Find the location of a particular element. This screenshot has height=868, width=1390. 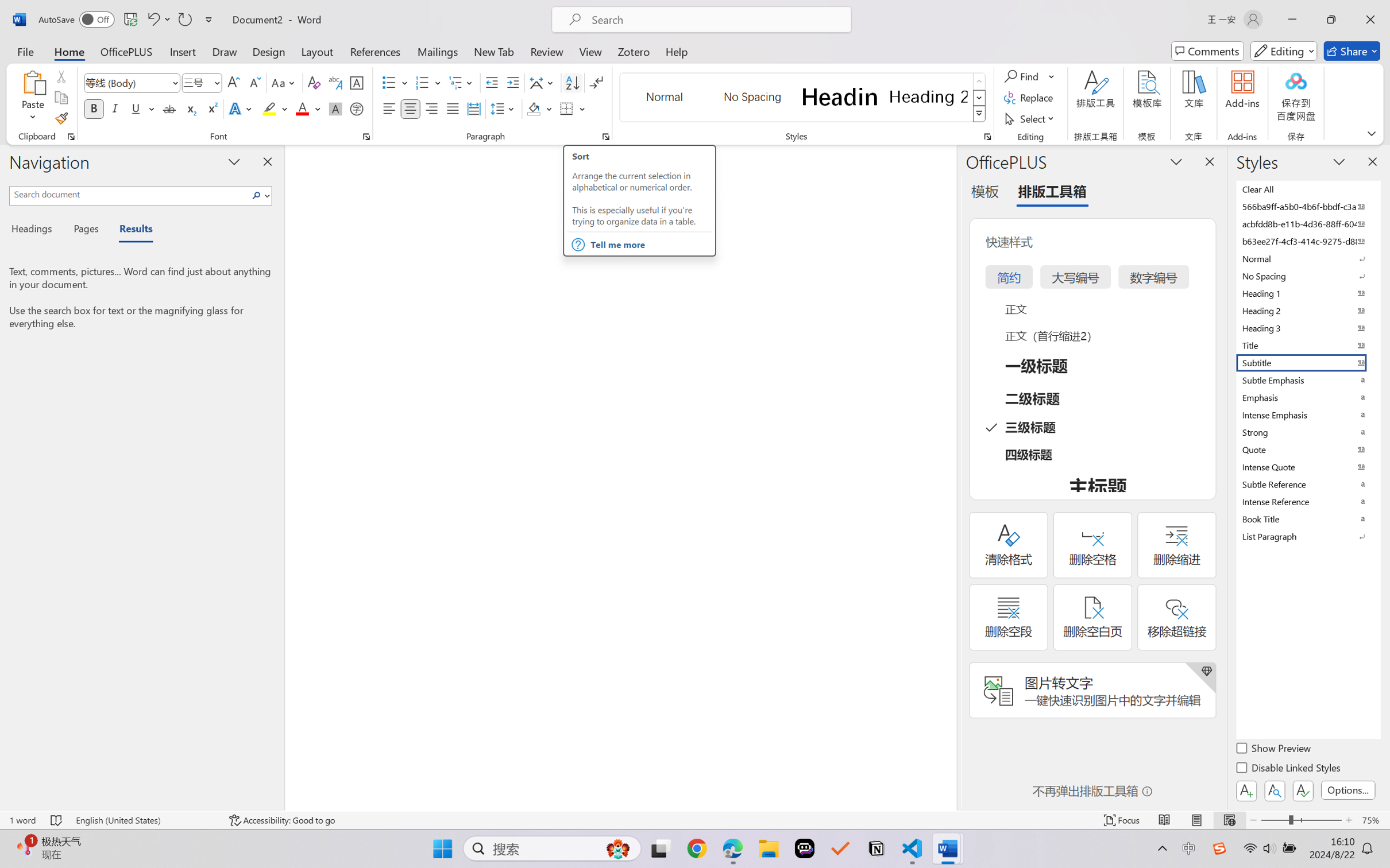

'Numbering' is located at coordinates (422, 83).